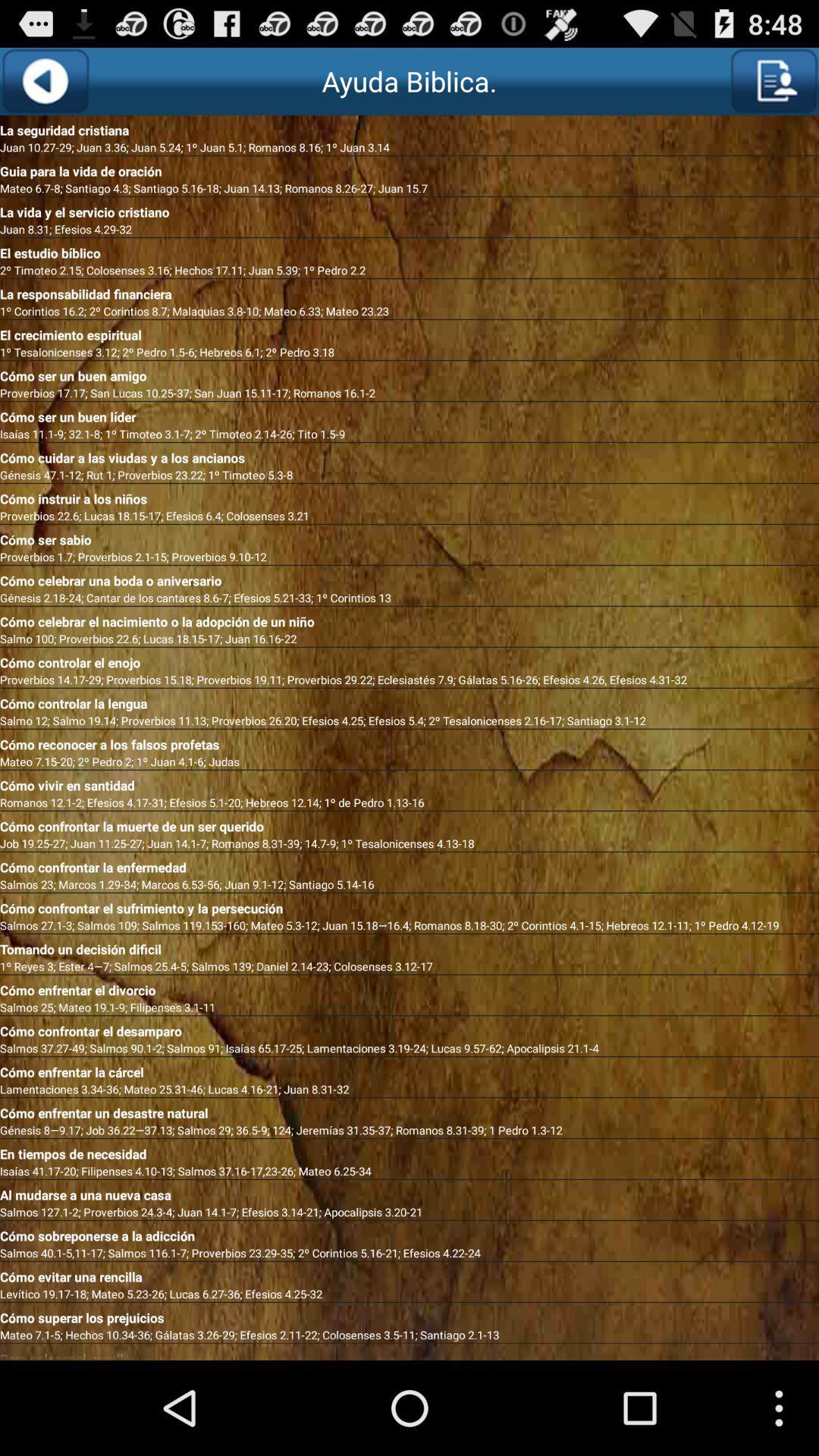 The image size is (819, 1456). Describe the element at coordinates (409, 742) in the screenshot. I see `the icon above mateo 7 15 icon` at that location.